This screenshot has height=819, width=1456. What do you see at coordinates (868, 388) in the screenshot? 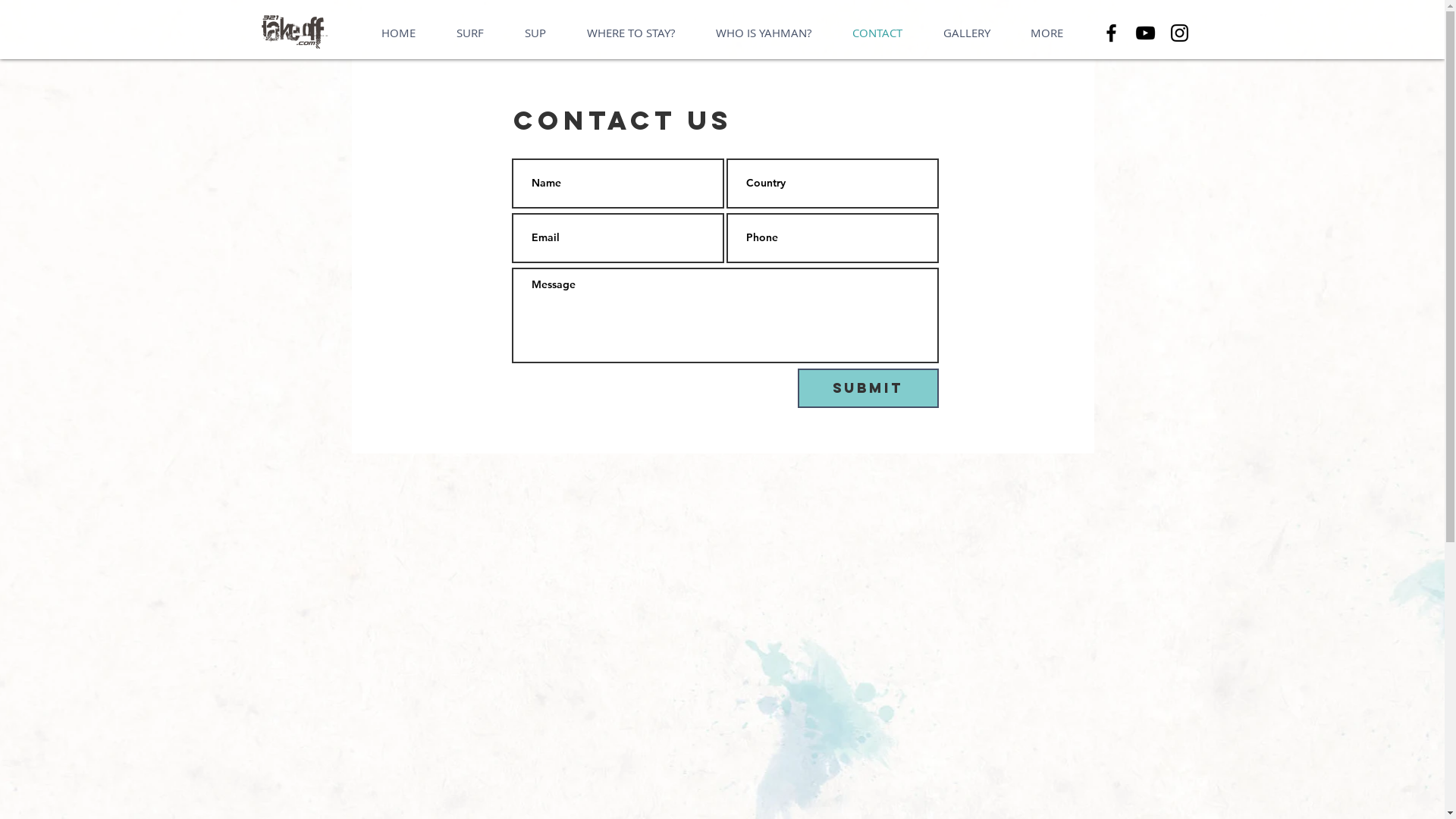
I see `'Submit'` at bounding box center [868, 388].